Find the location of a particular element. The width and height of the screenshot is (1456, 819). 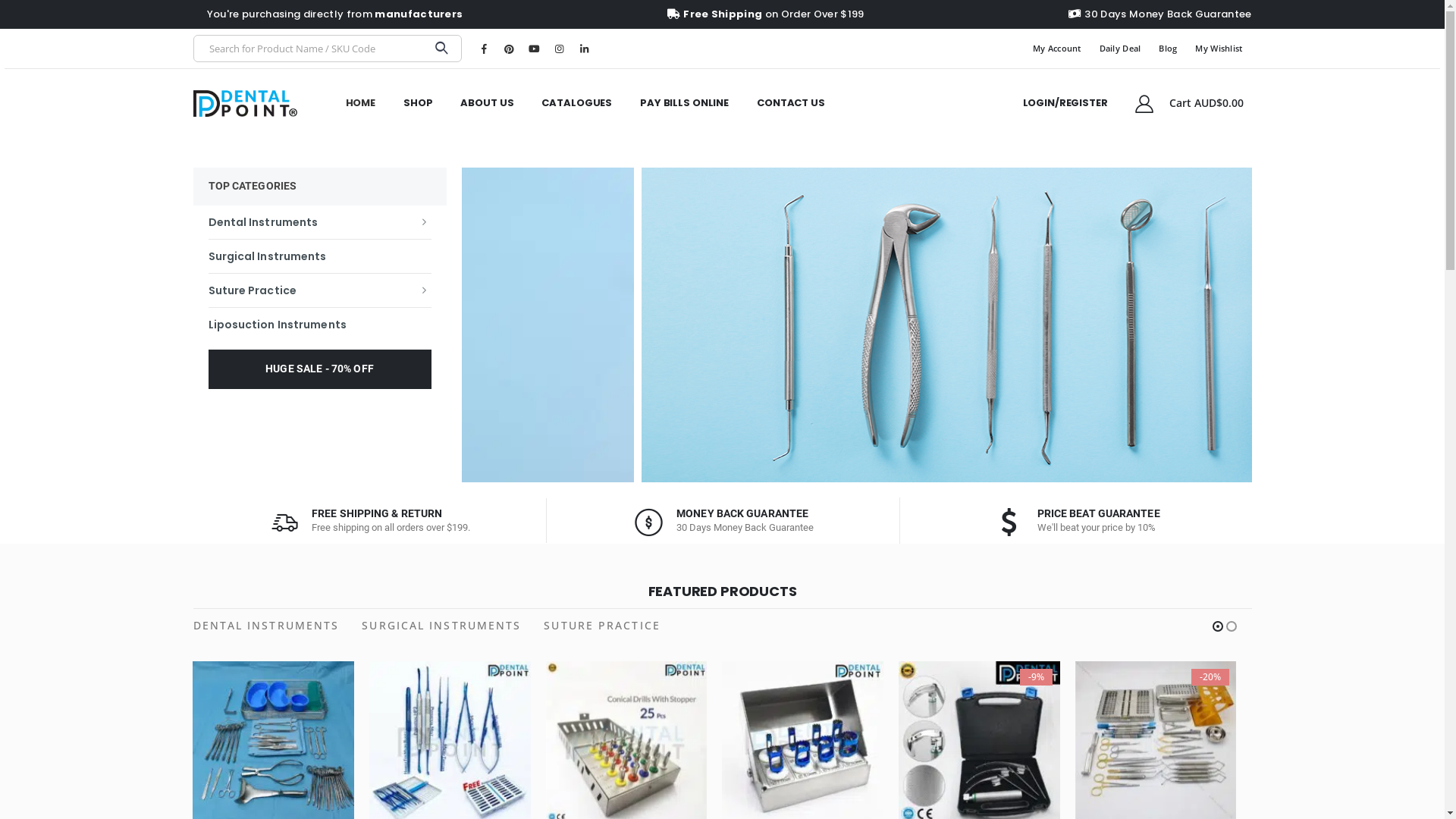

'SHOP' is located at coordinates (418, 102).